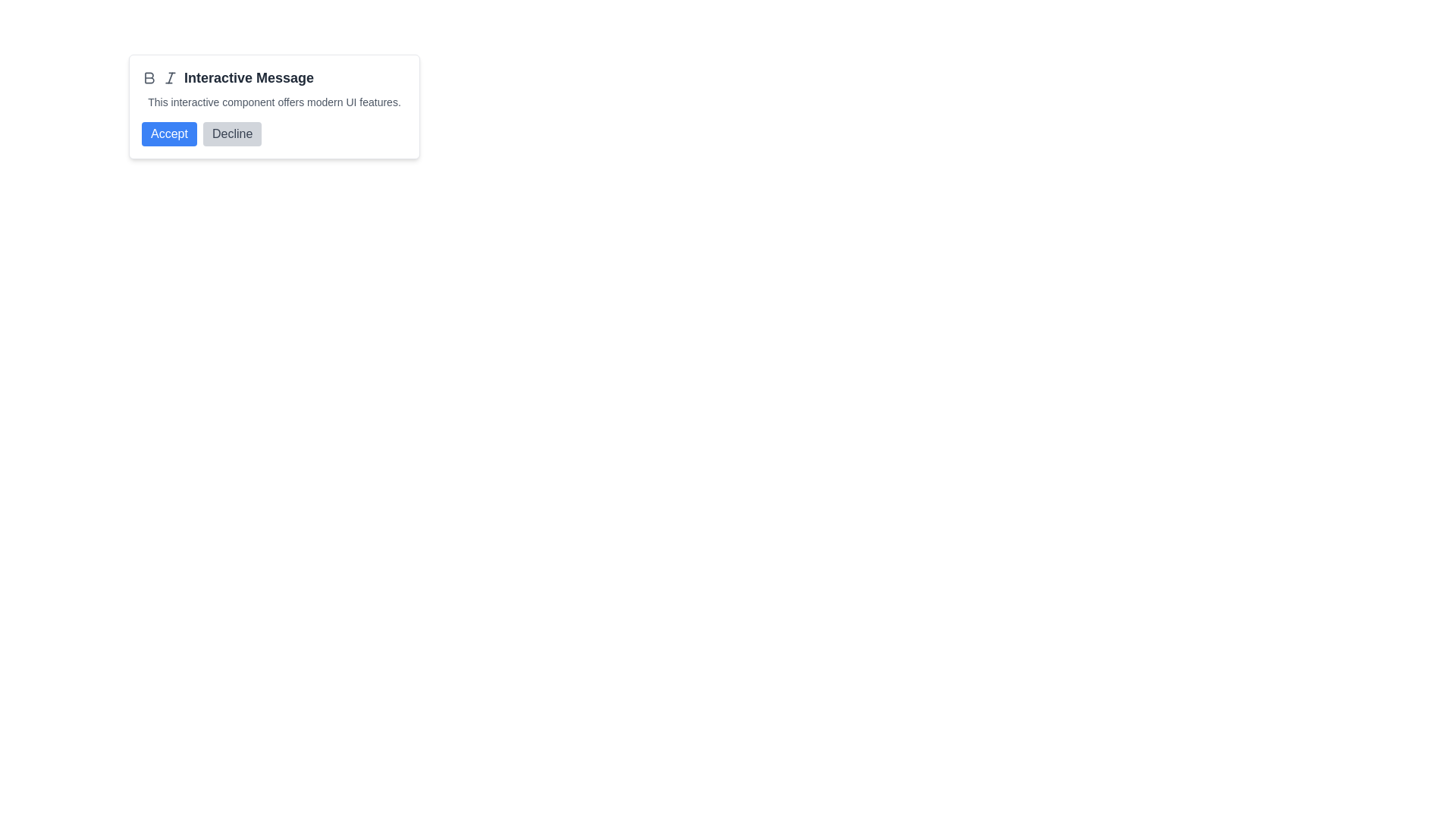 The image size is (1456, 819). What do you see at coordinates (149, 78) in the screenshot?
I see `the decorative SVG icon located in the leftmost section of the top header of the card` at bounding box center [149, 78].